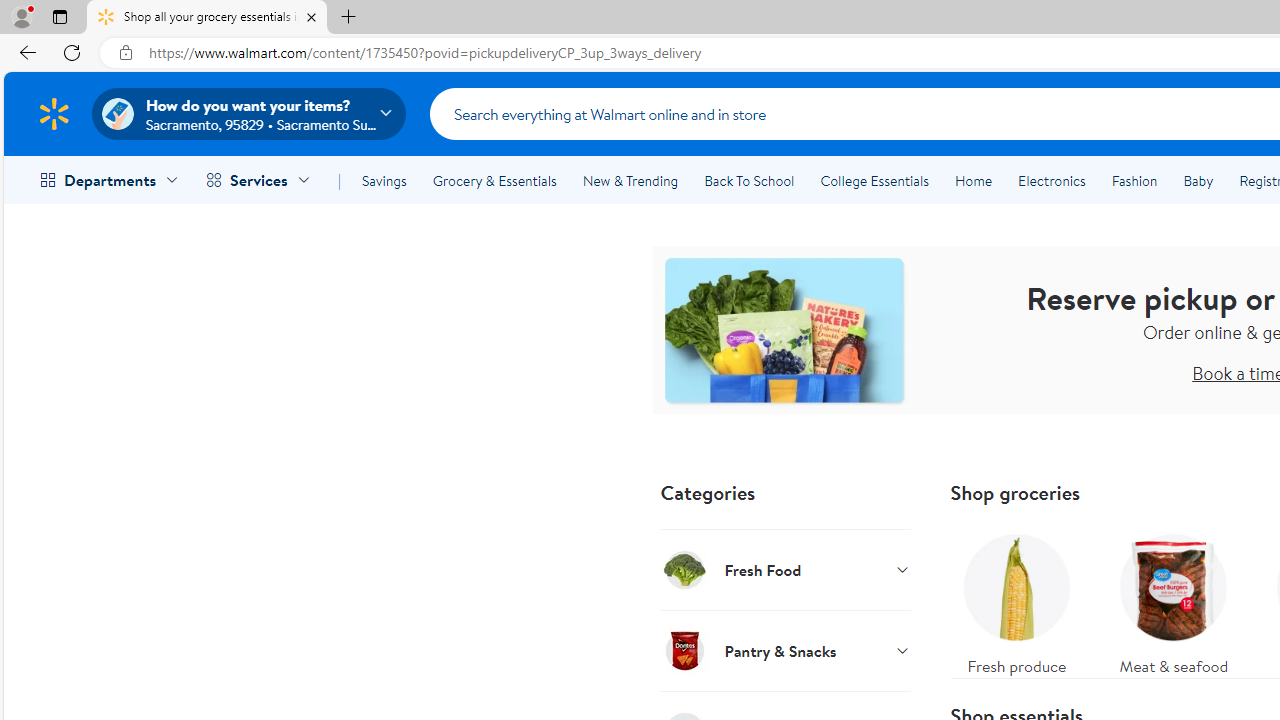  Describe the element at coordinates (1173, 598) in the screenshot. I see `'Meat & seafood'` at that location.